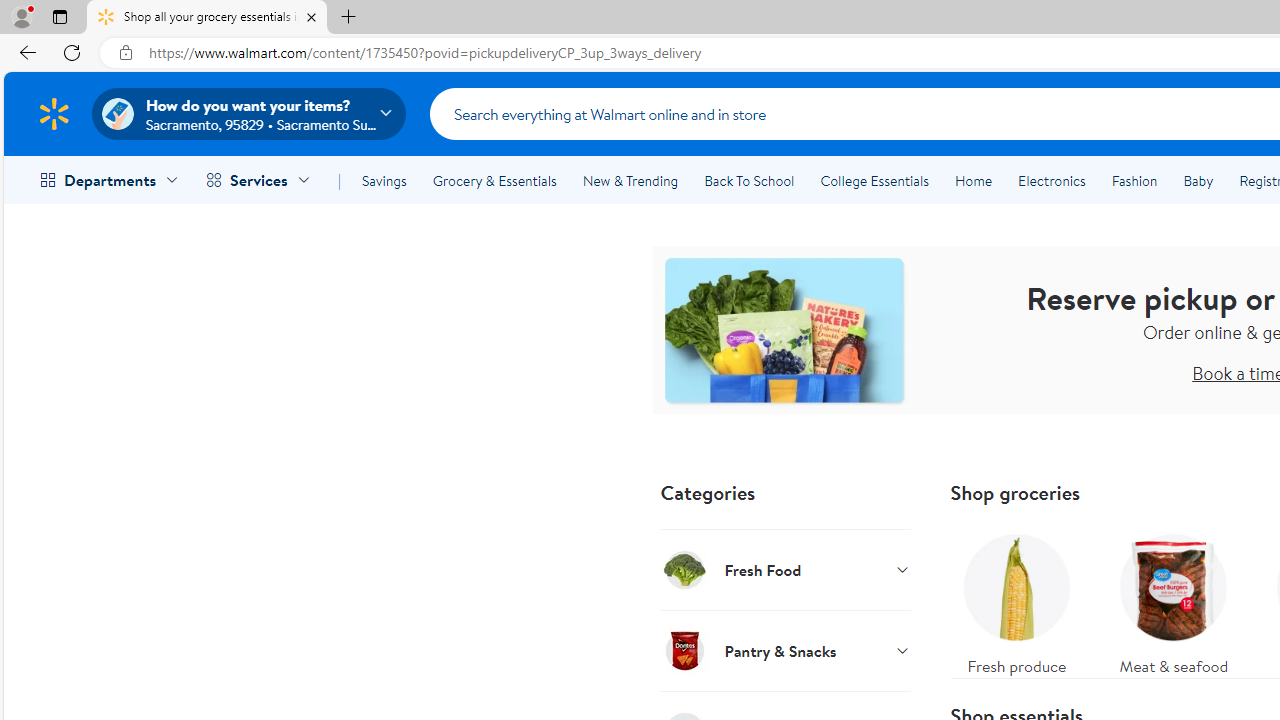  Describe the element at coordinates (1173, 598) in the screenshot. I see `'Meat & seafood'` at that location.